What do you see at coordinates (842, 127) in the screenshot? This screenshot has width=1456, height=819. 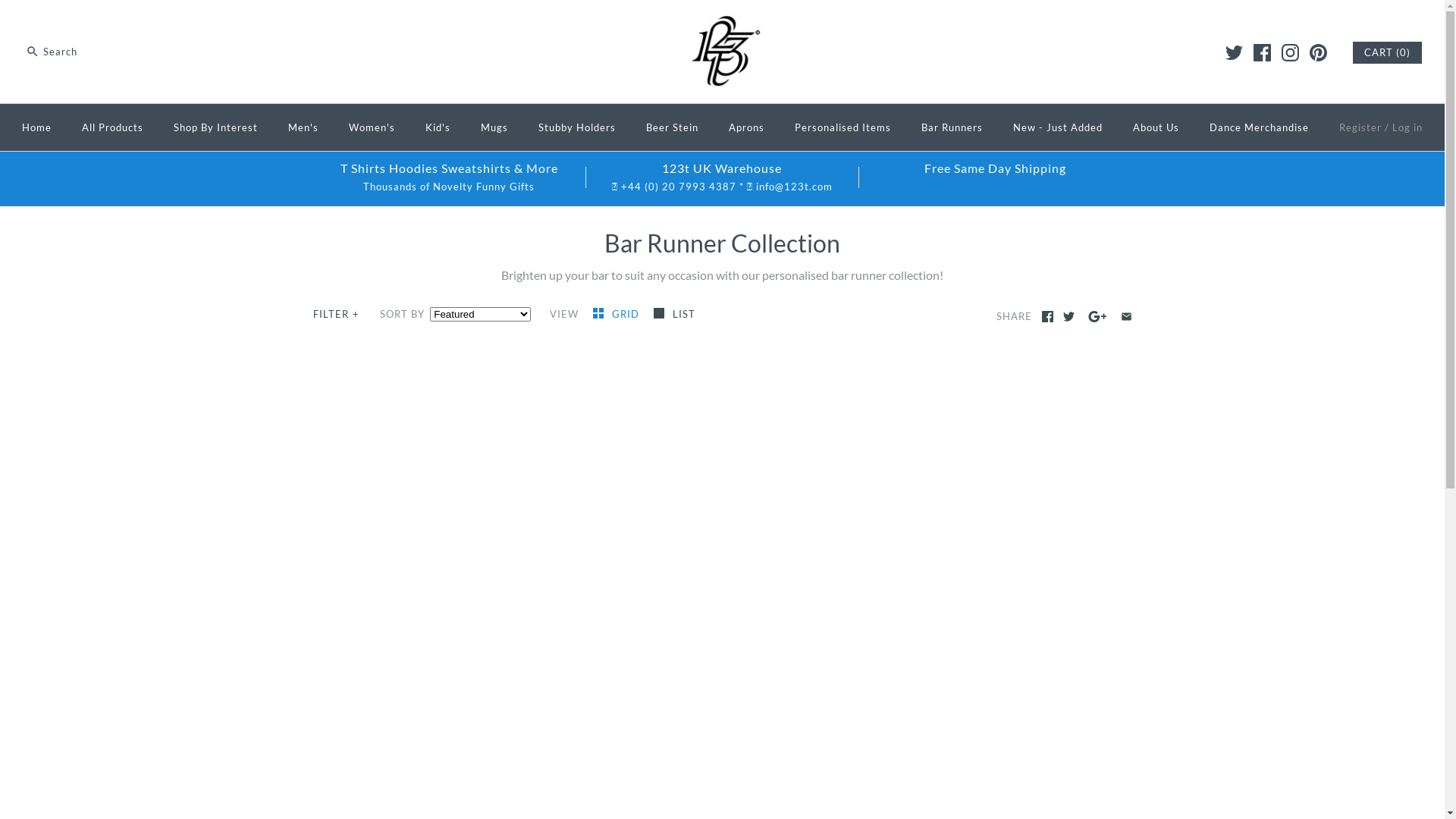 I see `'Personalised Items'` at bounding box center [842, 127].